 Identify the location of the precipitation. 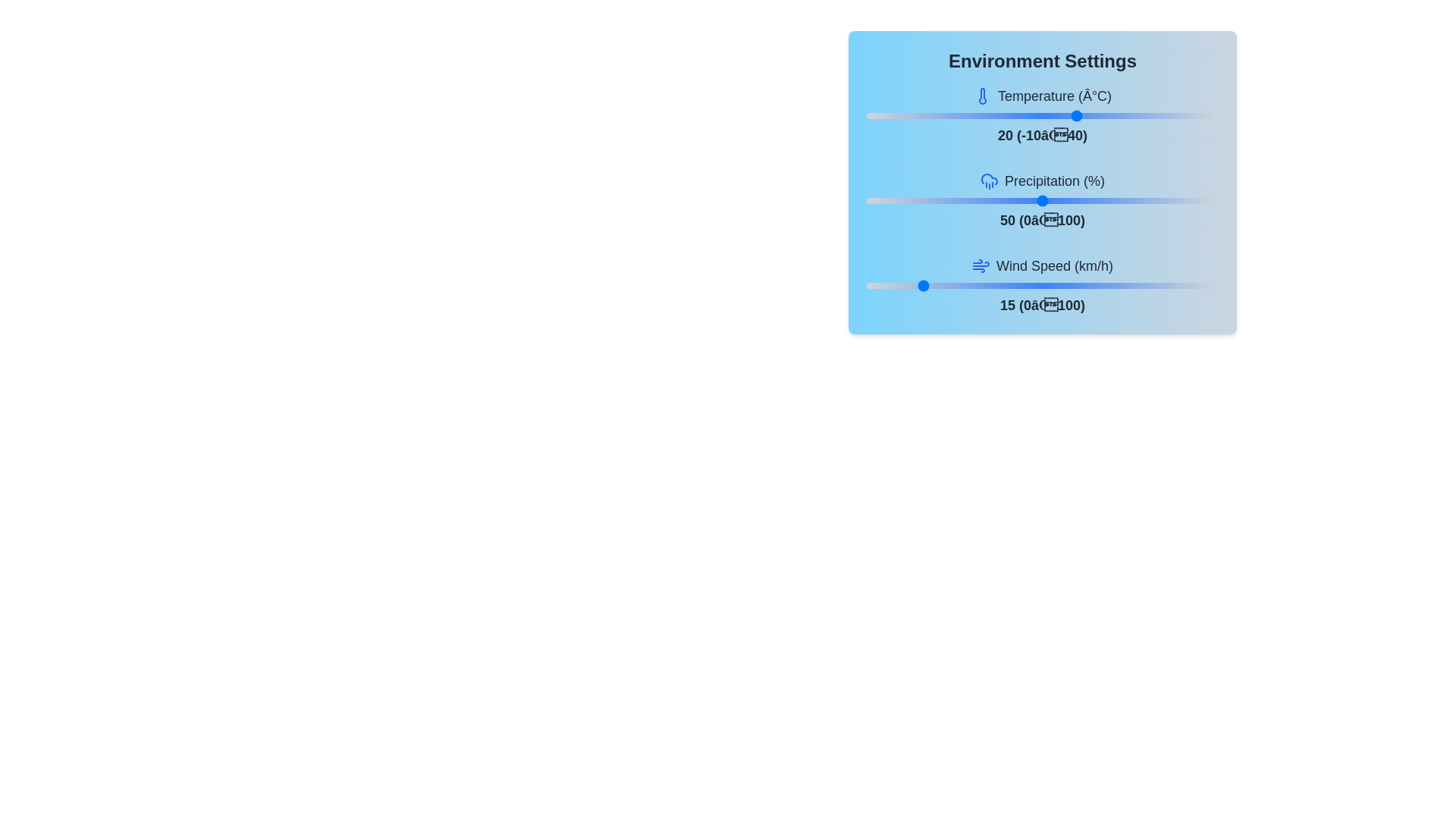
(1158, 200).